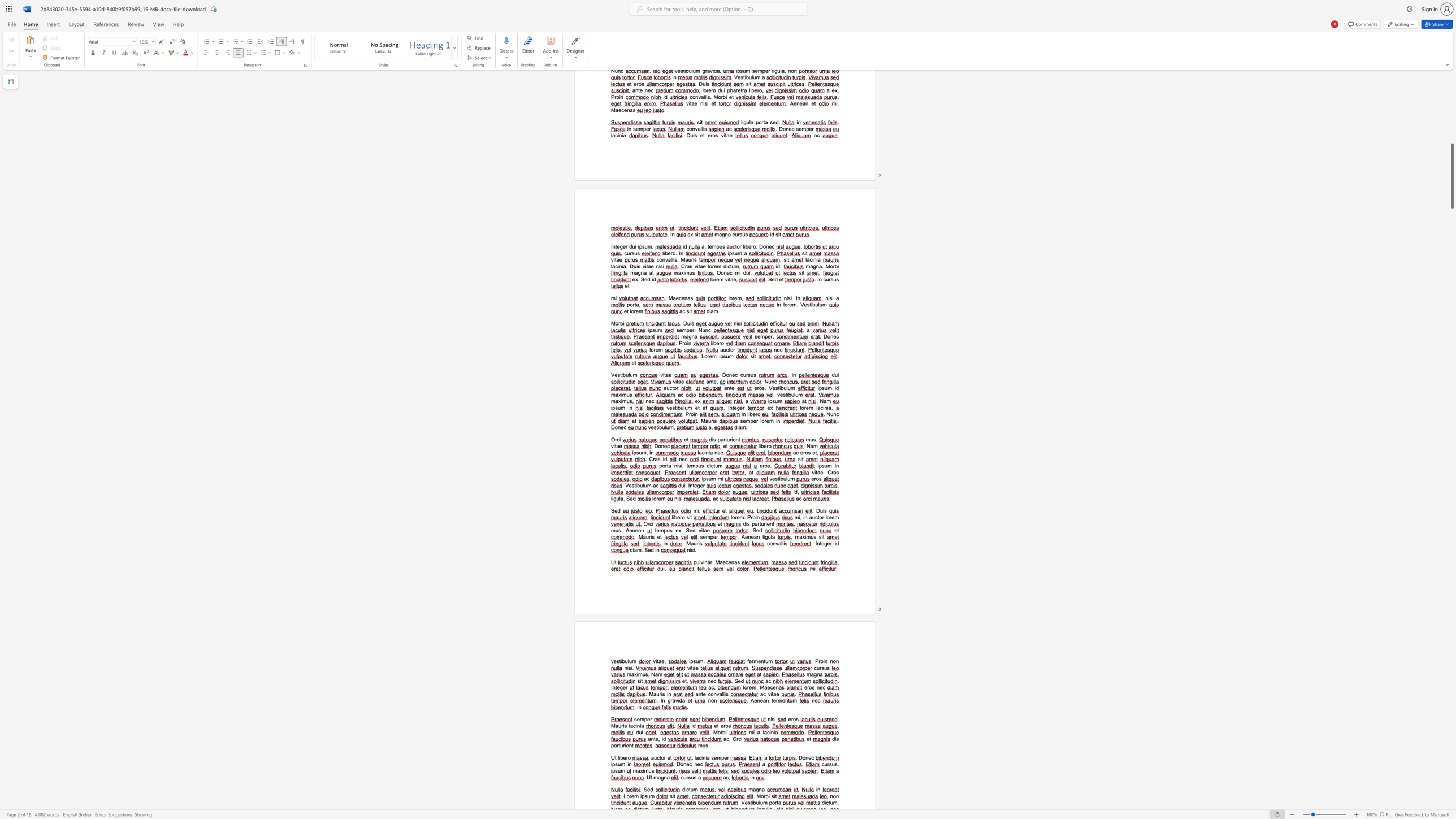 The height and width of the screenshot is (819, 1456). Describe the element at coordinates (635, 453) in the screenshot. I see `the 1th character "p" in the text` at that location.